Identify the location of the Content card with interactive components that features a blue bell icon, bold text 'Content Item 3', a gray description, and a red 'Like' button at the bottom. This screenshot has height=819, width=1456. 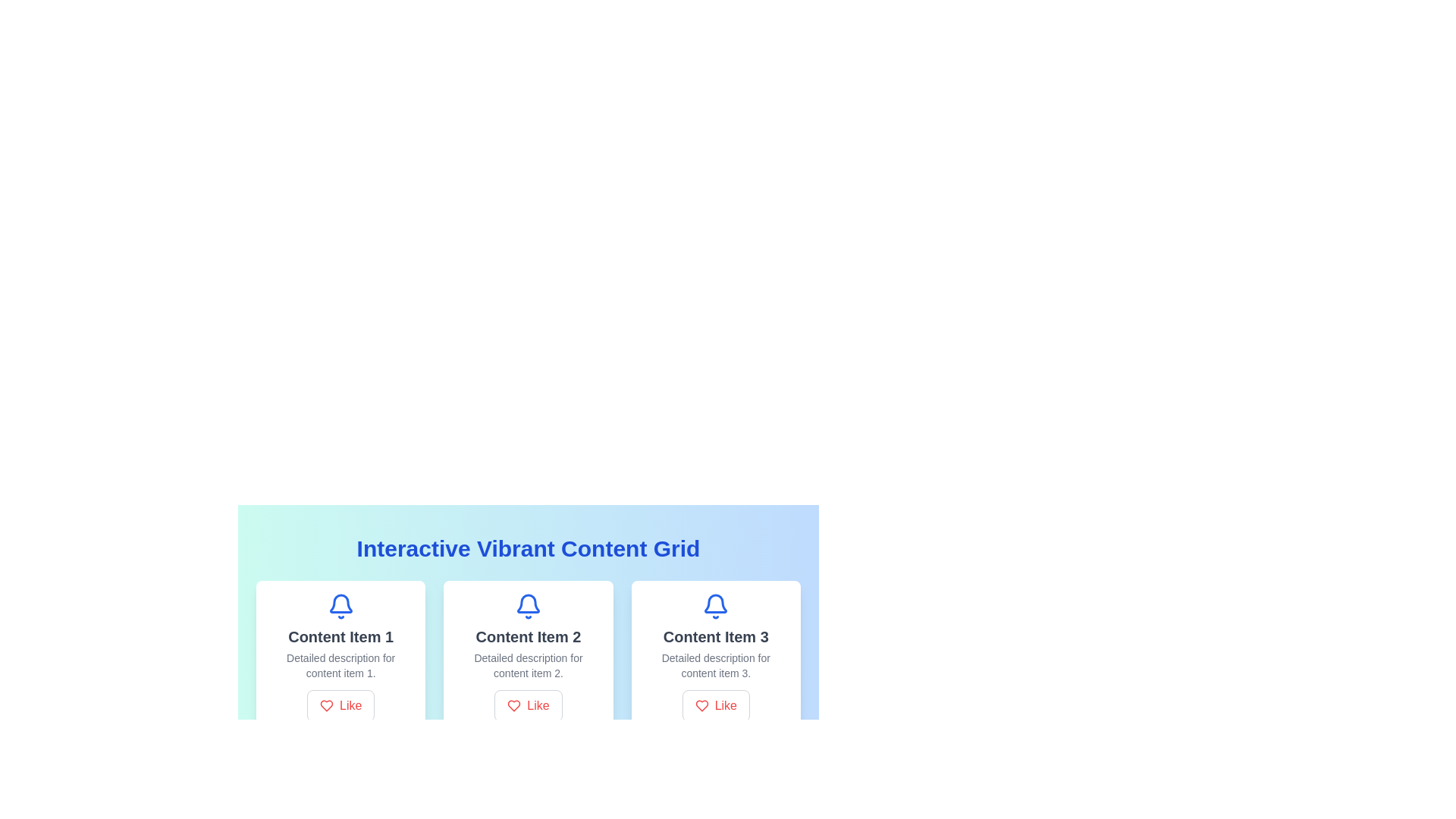
(715, 657).